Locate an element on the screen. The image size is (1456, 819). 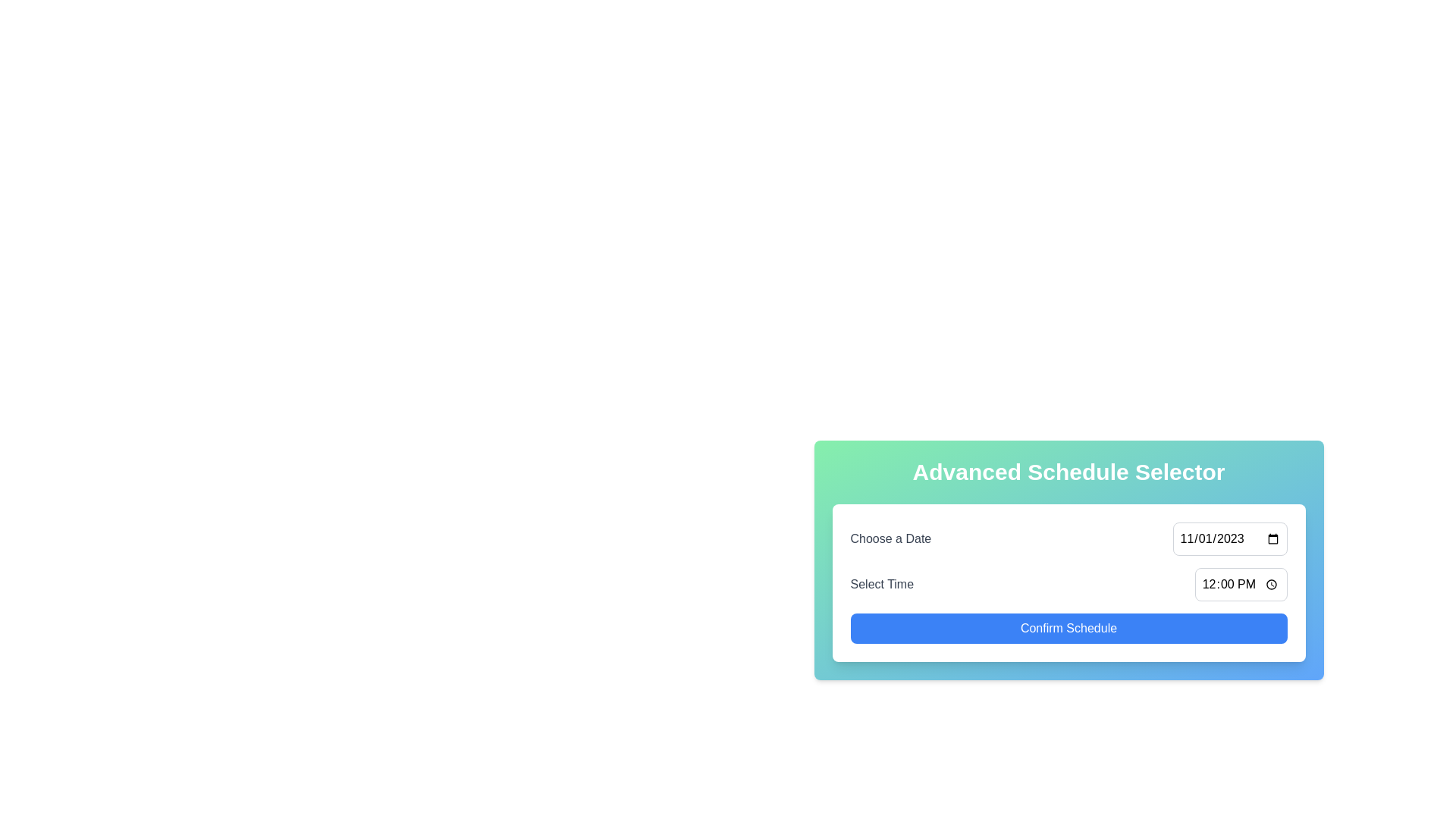
the Date Input Field located in the top-right section of the 'Advanced Schedule Selector' panel is located at coordinates (1230, 538).